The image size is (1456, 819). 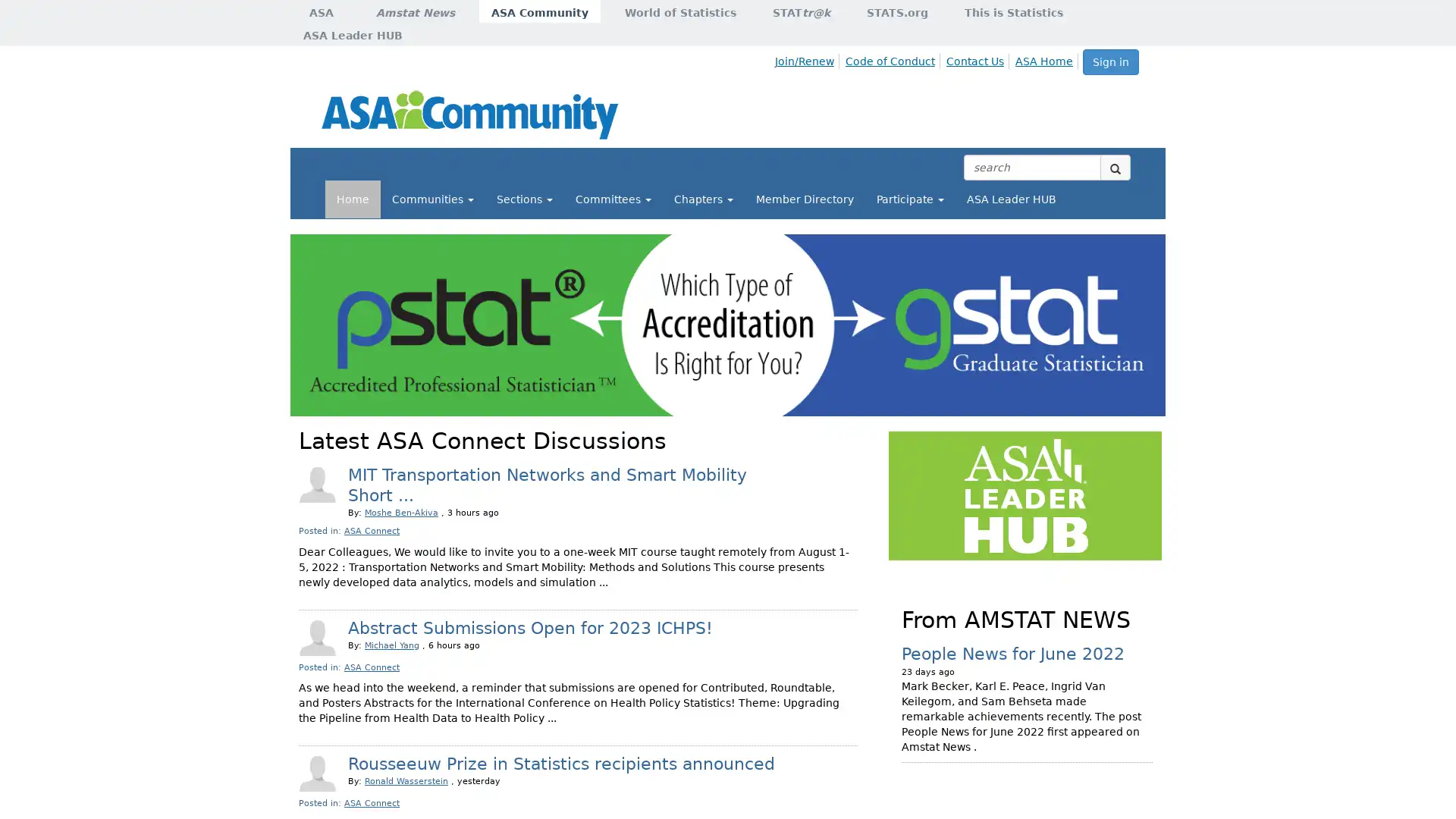 What do you see at coordinates (1115, 167) in the screenshot?
I see `search` at bounding box center [1115, 167].